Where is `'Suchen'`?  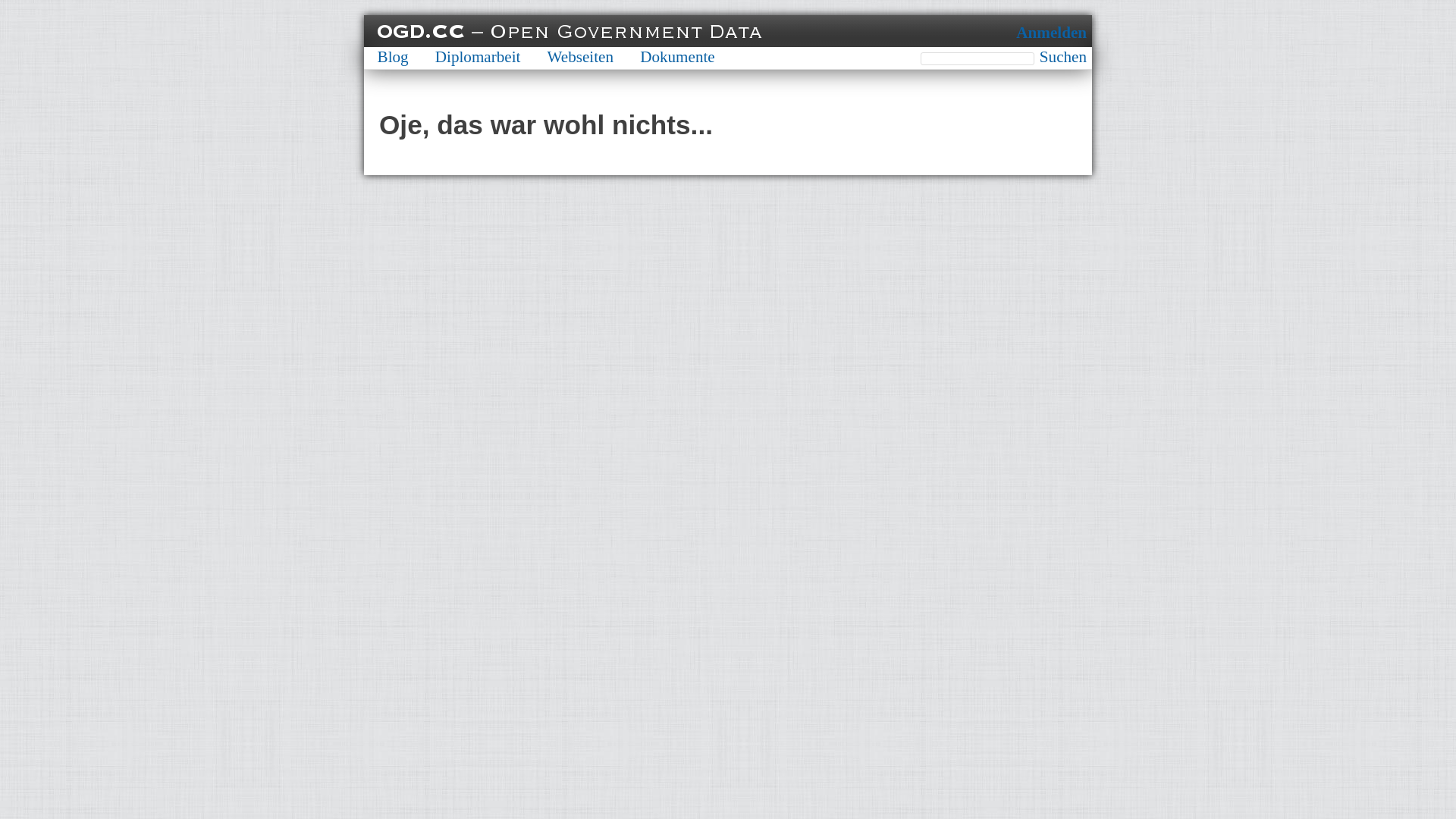
'Suchen' is located at coordinates (1062, 57).